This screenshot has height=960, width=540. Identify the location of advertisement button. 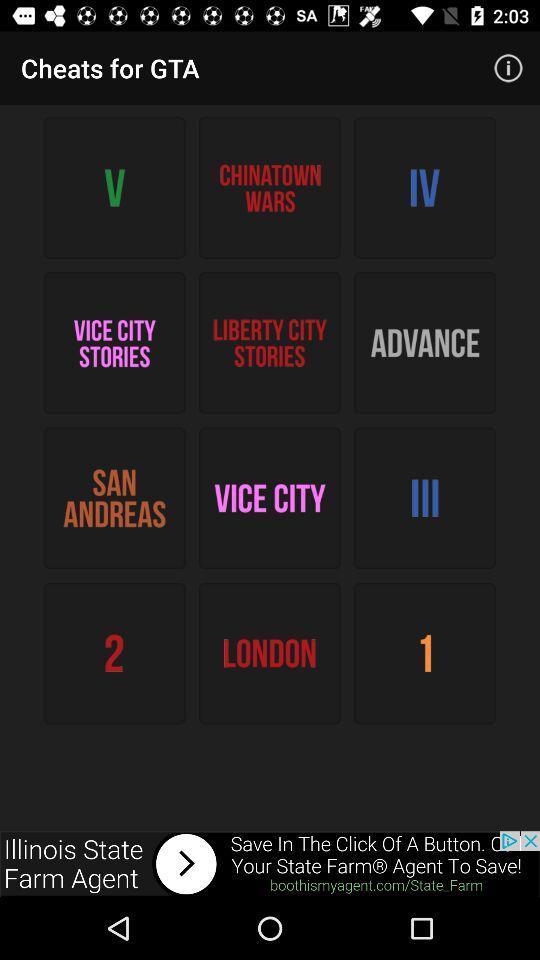
(270, 863).